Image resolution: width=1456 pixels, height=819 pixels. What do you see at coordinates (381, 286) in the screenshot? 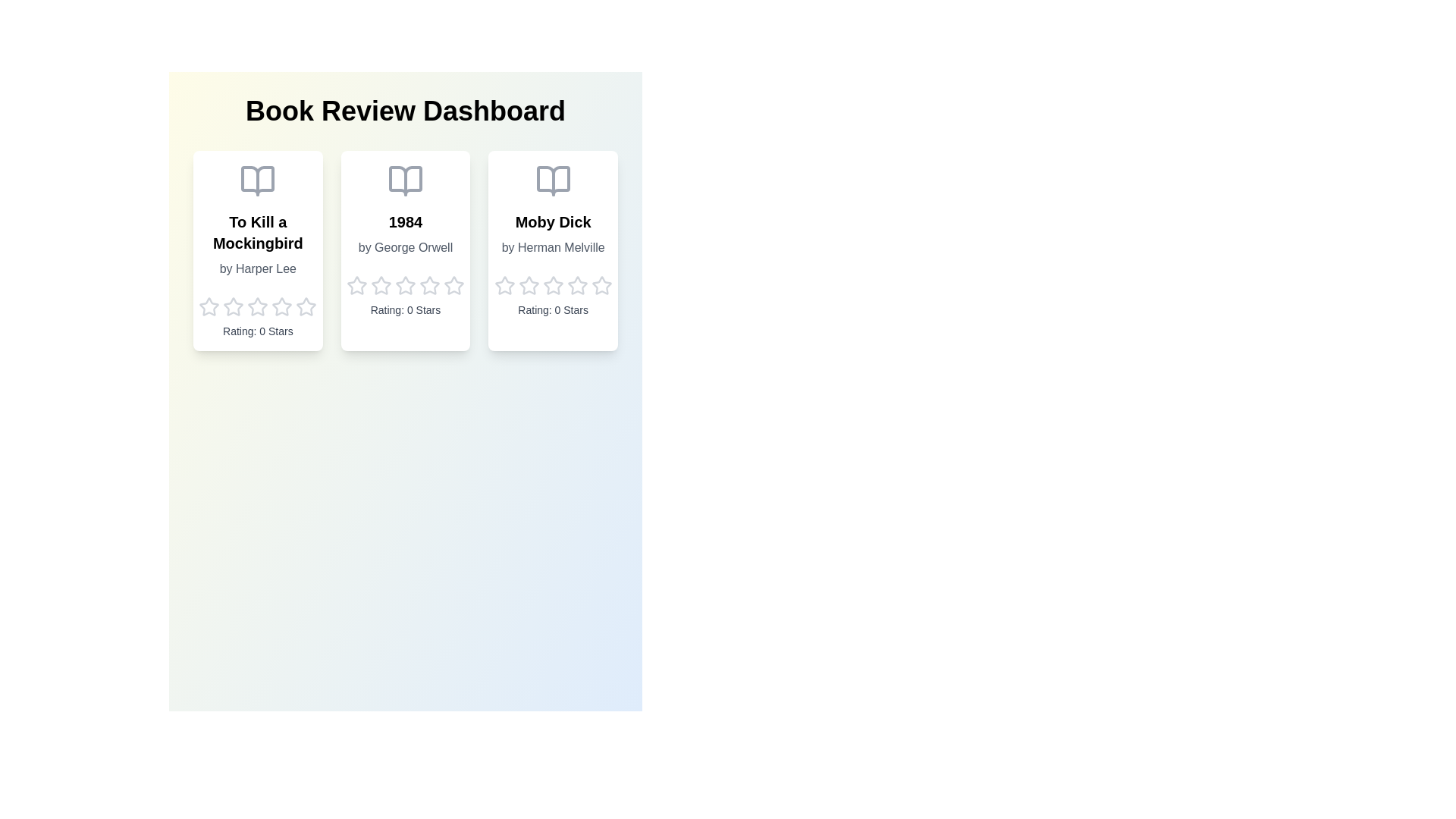
I see `the star icon corresponding to the rating 2 for the book 2` at bounding box center [381, 286].